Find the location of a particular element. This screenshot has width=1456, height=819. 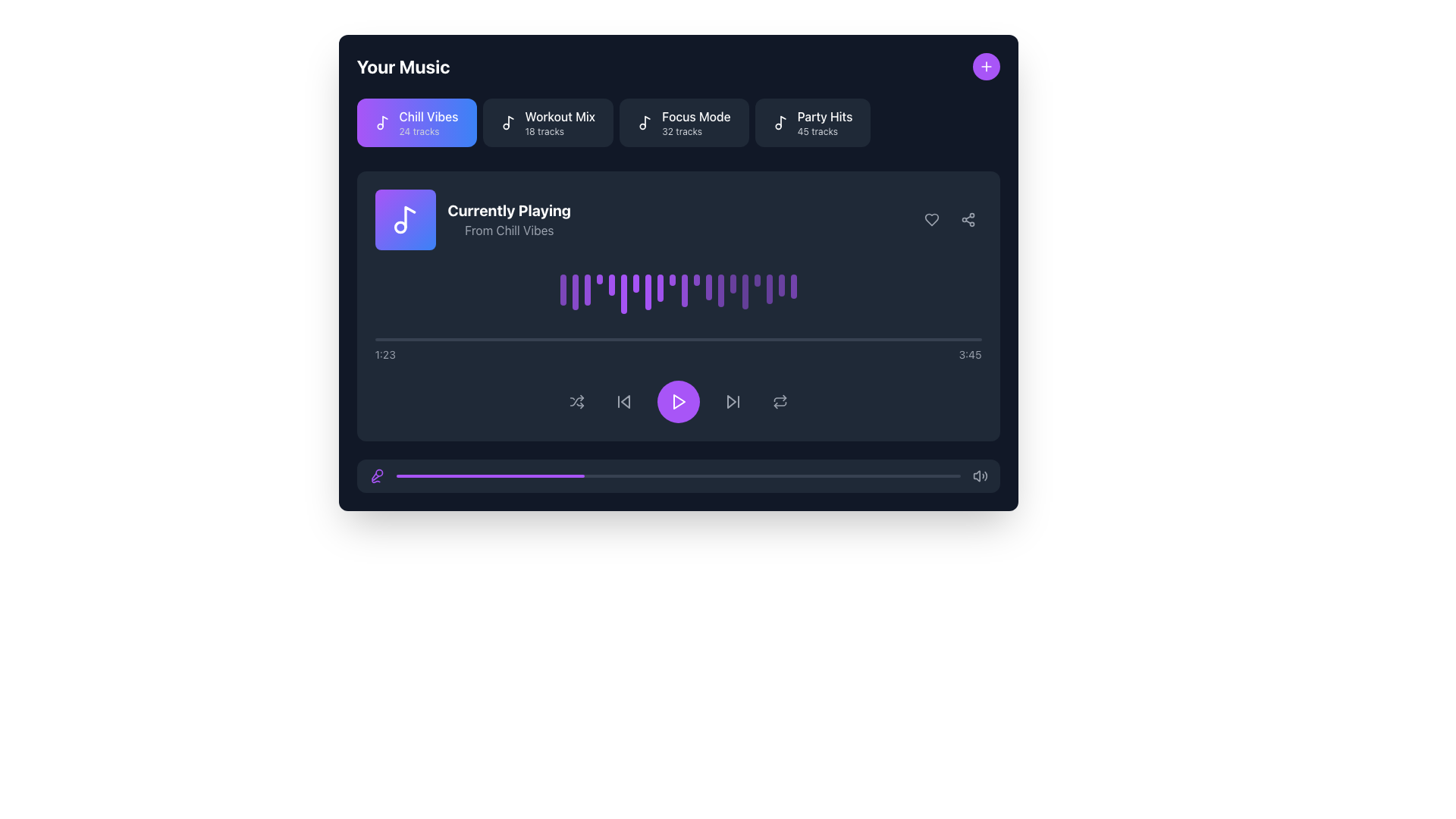

playback time is located at coordinates (584, 339).